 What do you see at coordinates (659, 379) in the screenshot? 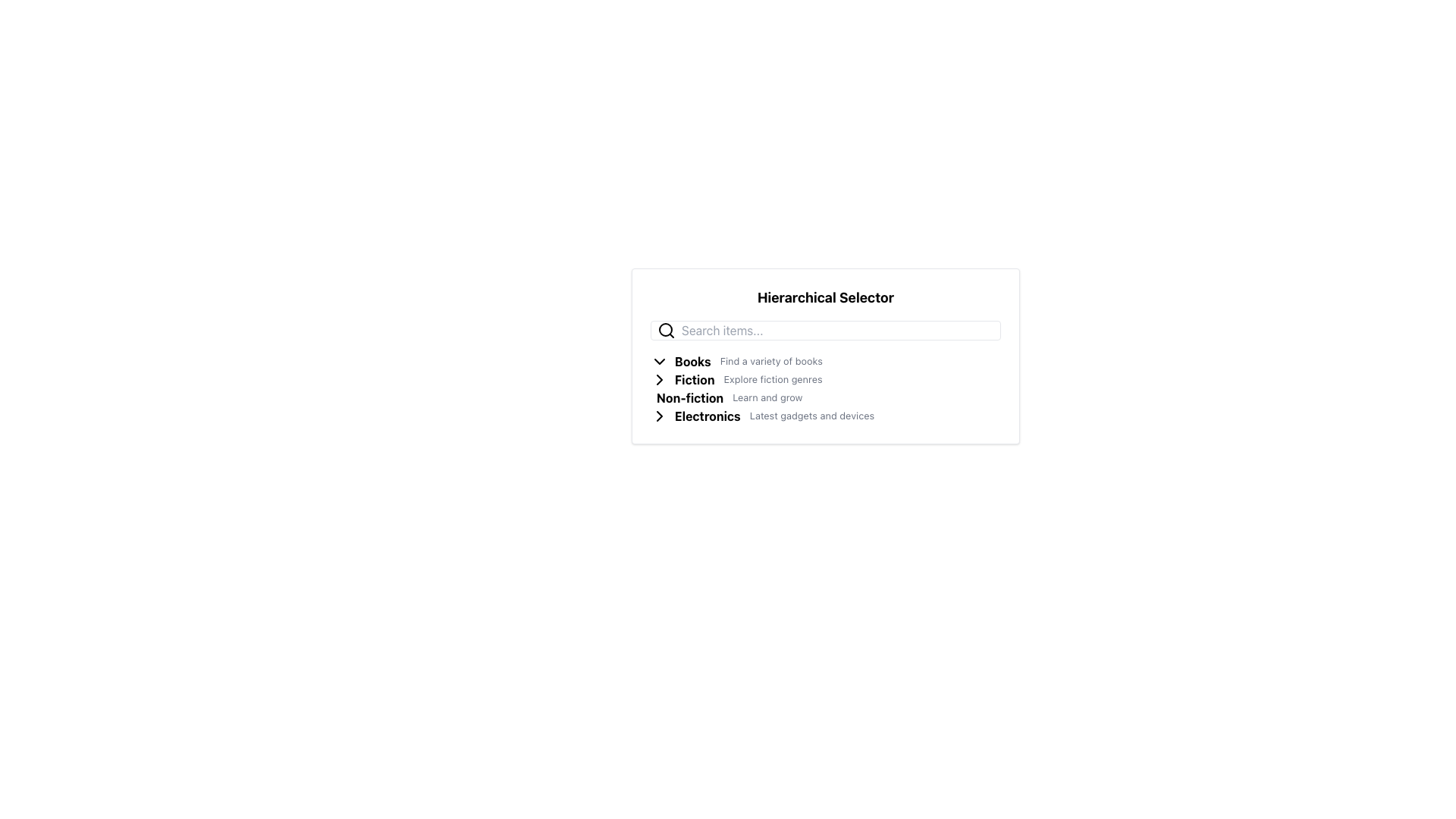
I see `the Right-chevron arrow icon located to the left of the text 'Fiction' in the hierarchical menu, indicating it can expand or collapse additional content` at bounding box center [659, 379].